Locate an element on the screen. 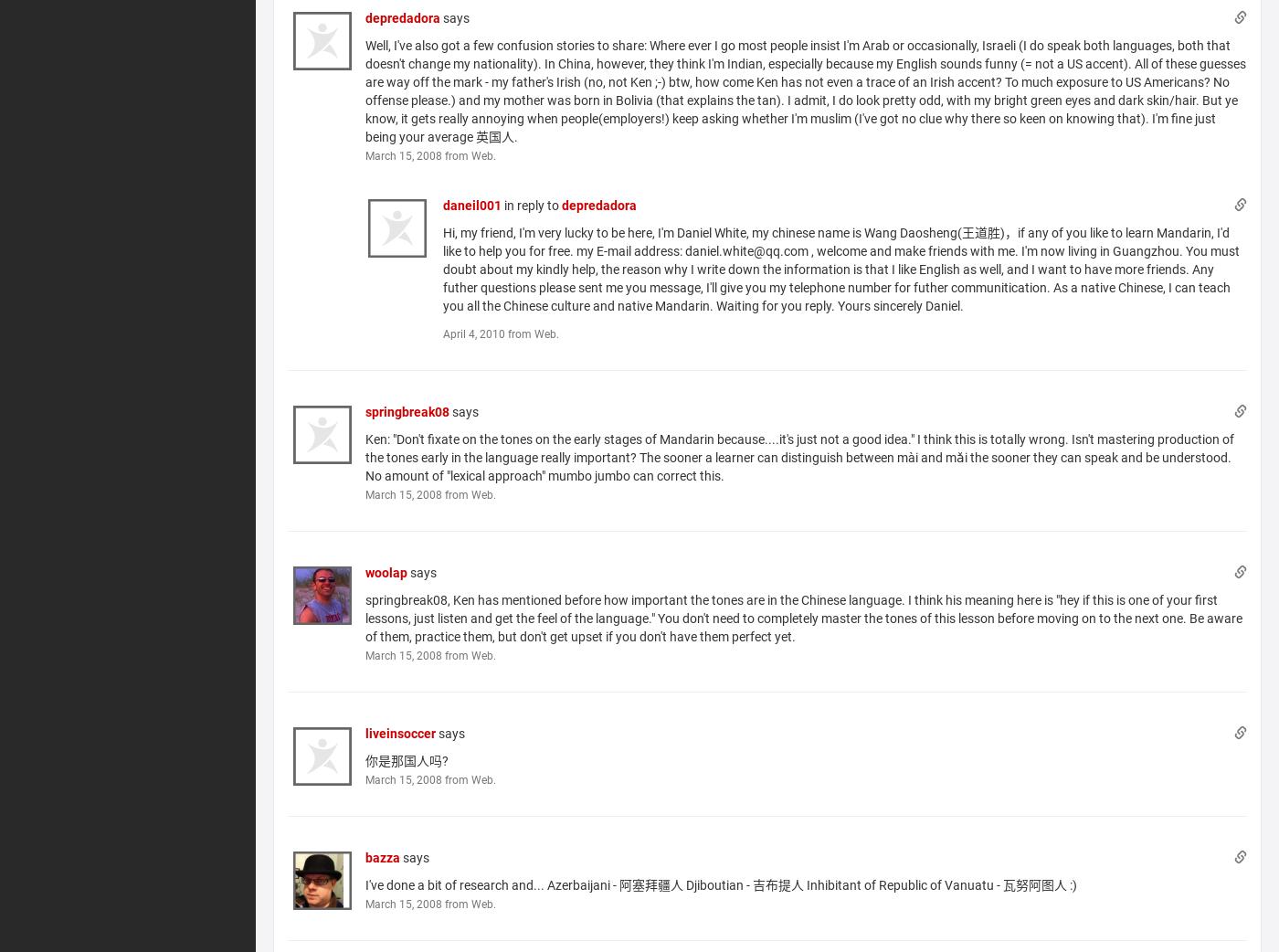 This screenshot has height=952, width=1279. 'April 4, 2010 from  Web.' is located at coordinates (501, 333).